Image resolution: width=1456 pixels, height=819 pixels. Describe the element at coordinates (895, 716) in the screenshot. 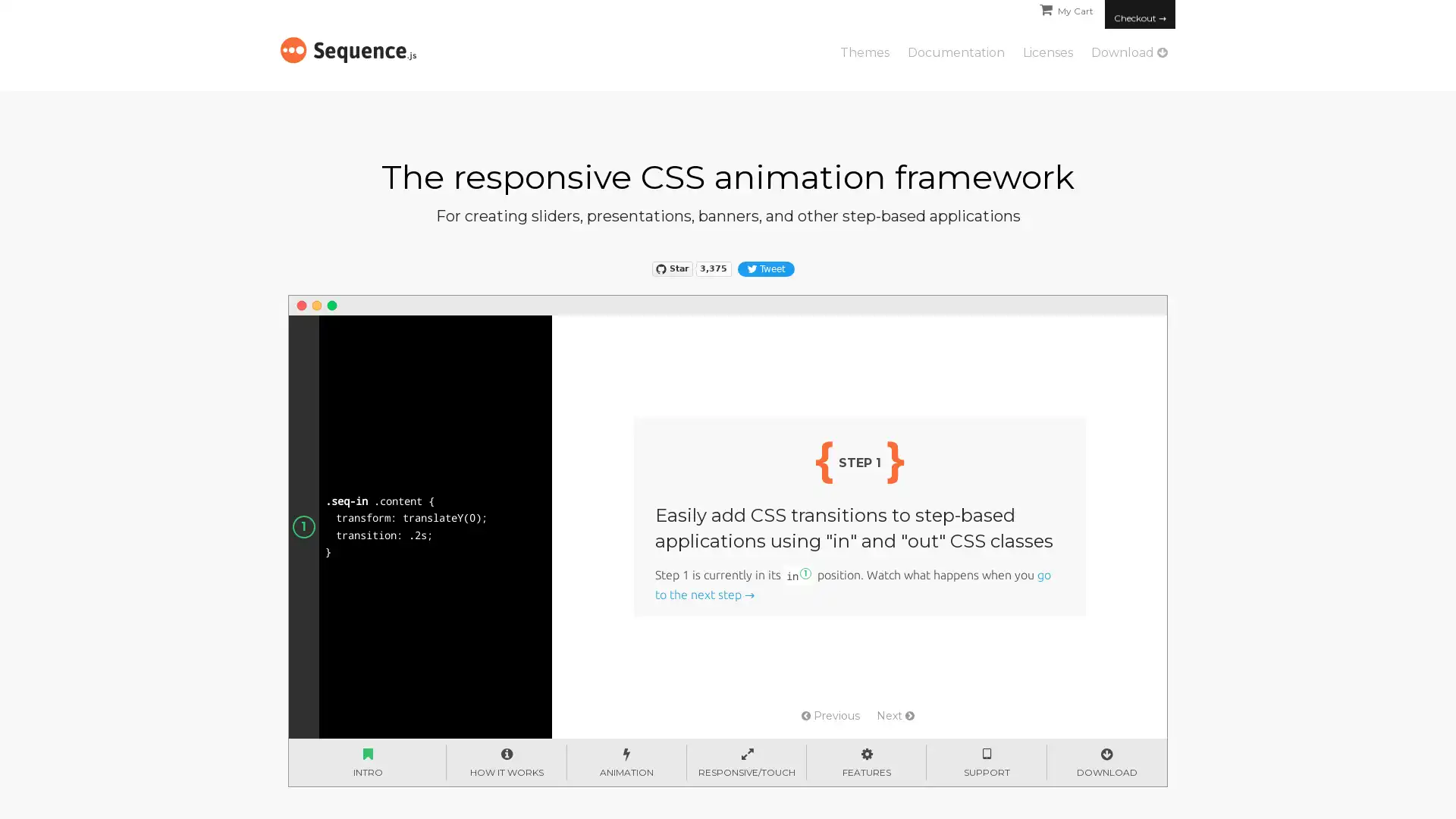

I see `Next` at that location.